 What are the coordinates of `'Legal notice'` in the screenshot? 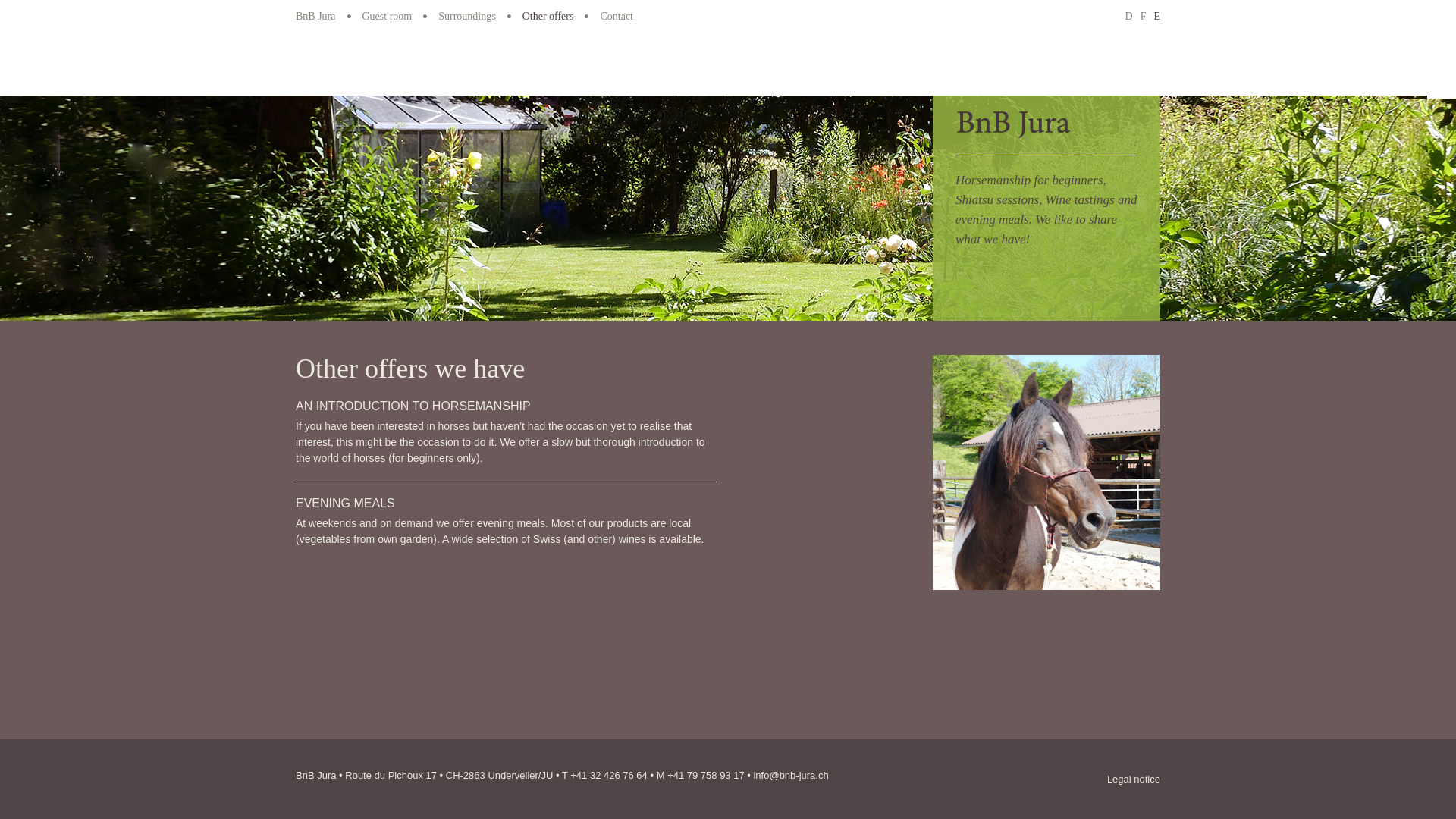 It's located at (1133, 779).